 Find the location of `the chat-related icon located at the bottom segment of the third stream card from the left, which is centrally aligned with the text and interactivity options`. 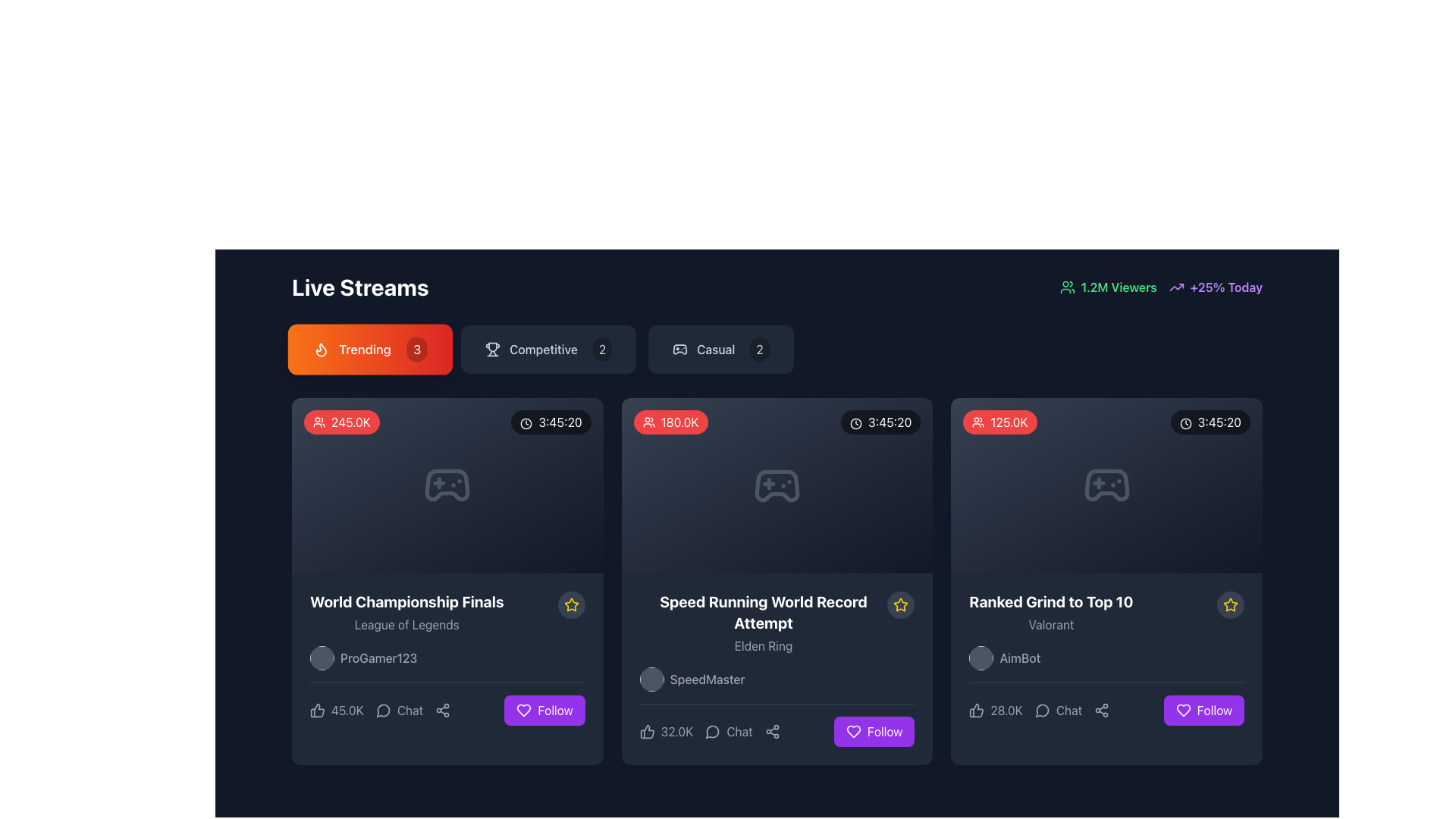

the chat-related icon located at the bottom segment of the third stream card from the left, which is centrally aligned with the text and interactivity options is located at coordinates (1040, 711).